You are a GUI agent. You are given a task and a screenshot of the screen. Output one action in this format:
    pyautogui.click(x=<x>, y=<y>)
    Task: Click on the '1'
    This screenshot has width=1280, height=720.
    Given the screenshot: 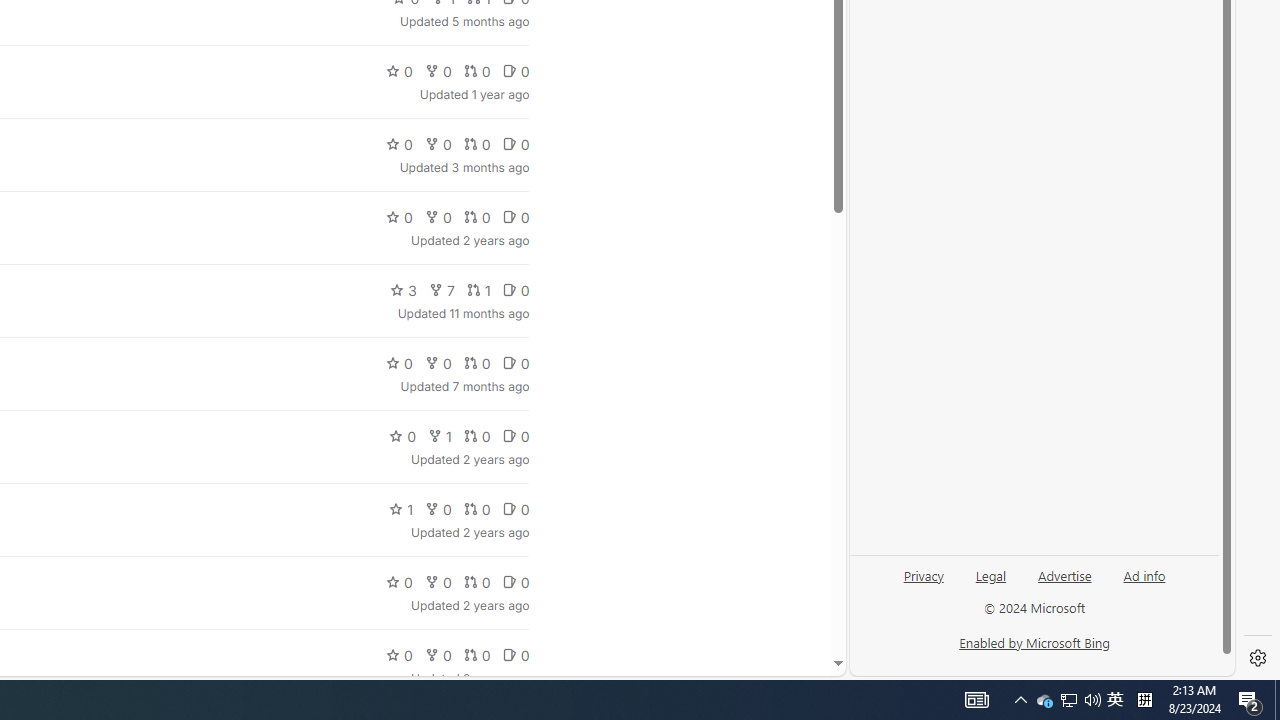 What is the action you would take?
    pyautogui.click(x=400, y=508)
    